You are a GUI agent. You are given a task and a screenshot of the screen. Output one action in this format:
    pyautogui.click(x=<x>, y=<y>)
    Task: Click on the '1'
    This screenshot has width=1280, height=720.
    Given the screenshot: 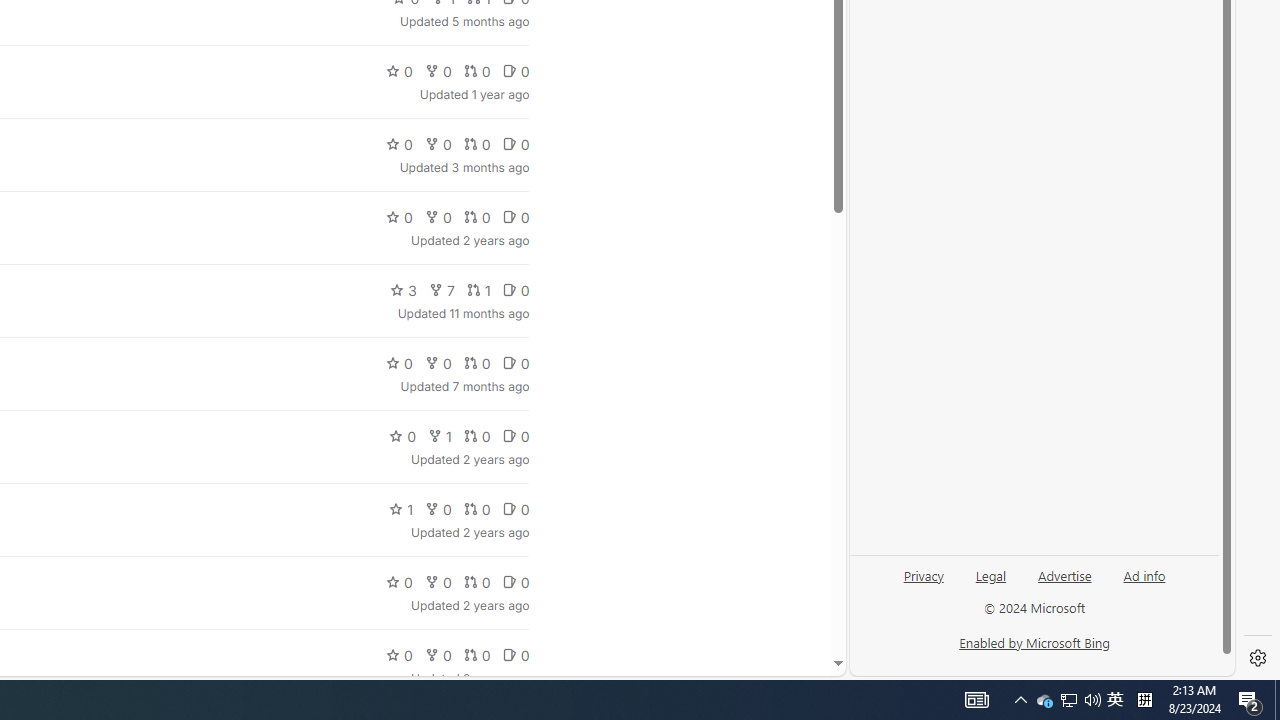 What is the action you would take?
    pyautogui.click(x=400, y=508)
    